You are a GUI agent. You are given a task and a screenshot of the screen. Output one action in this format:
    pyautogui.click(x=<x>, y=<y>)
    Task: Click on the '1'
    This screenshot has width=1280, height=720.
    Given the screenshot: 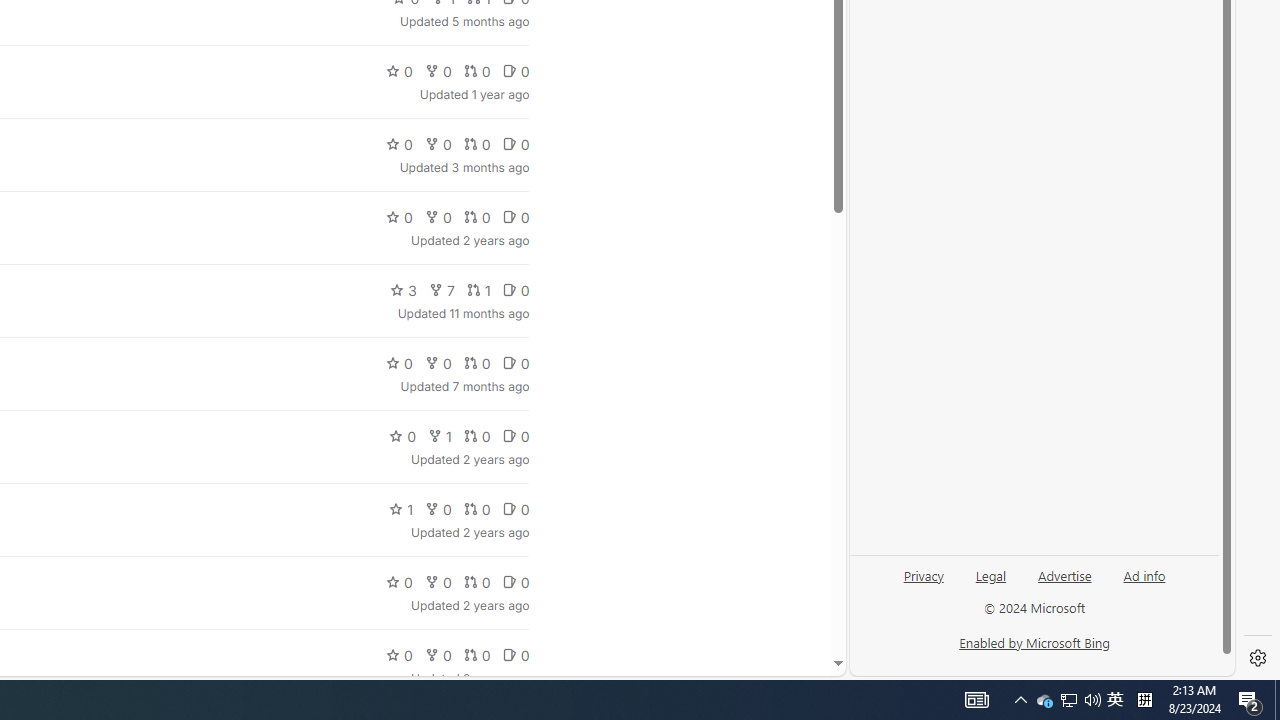 What is the action you would take?
    pyautogui.click(x=400, y=508)
    